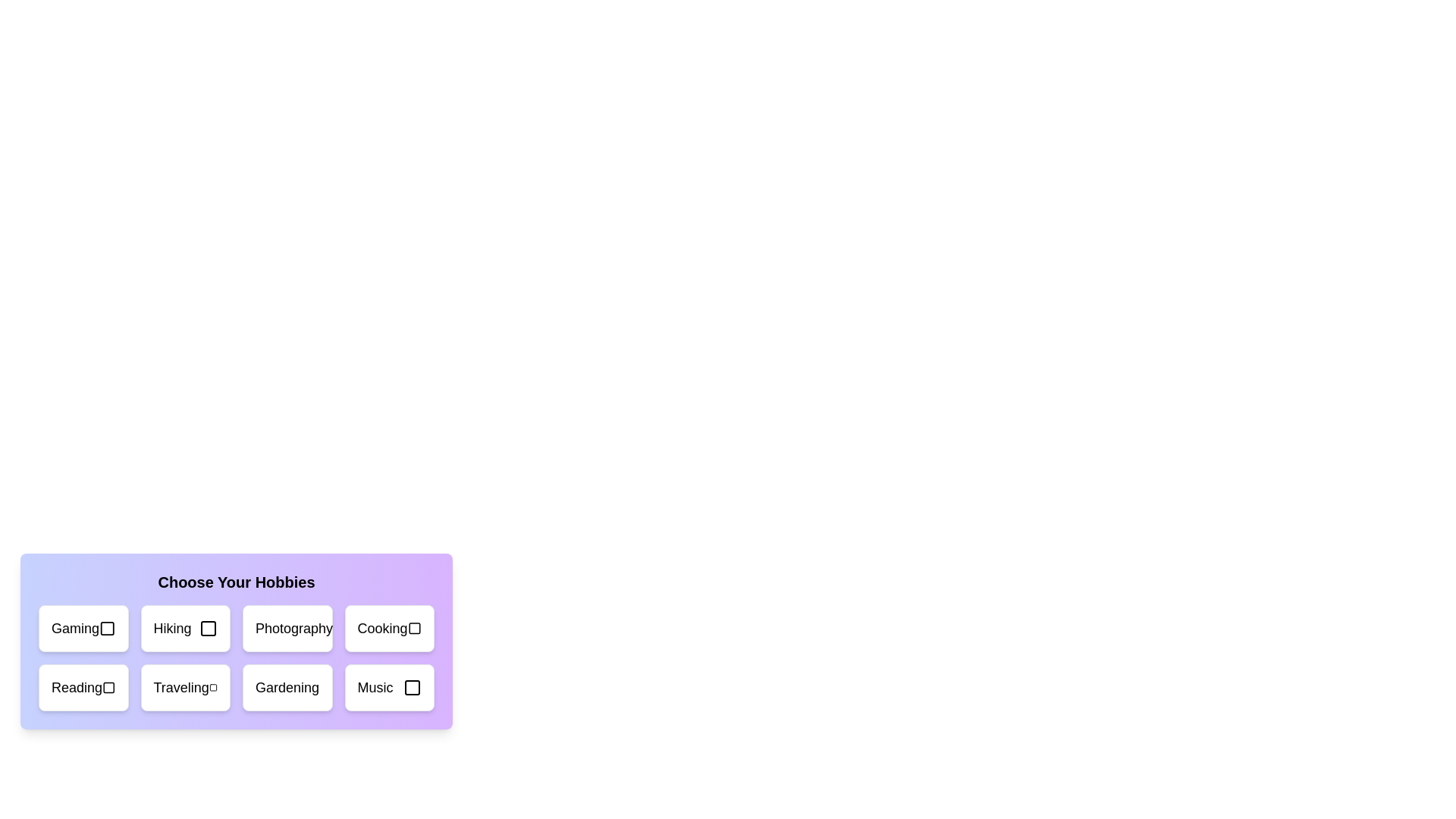  What do you see at coordinates (83, 687) in the screenshot?
I see `the hobby card labeled Reading` at bounding box center [83, 687].